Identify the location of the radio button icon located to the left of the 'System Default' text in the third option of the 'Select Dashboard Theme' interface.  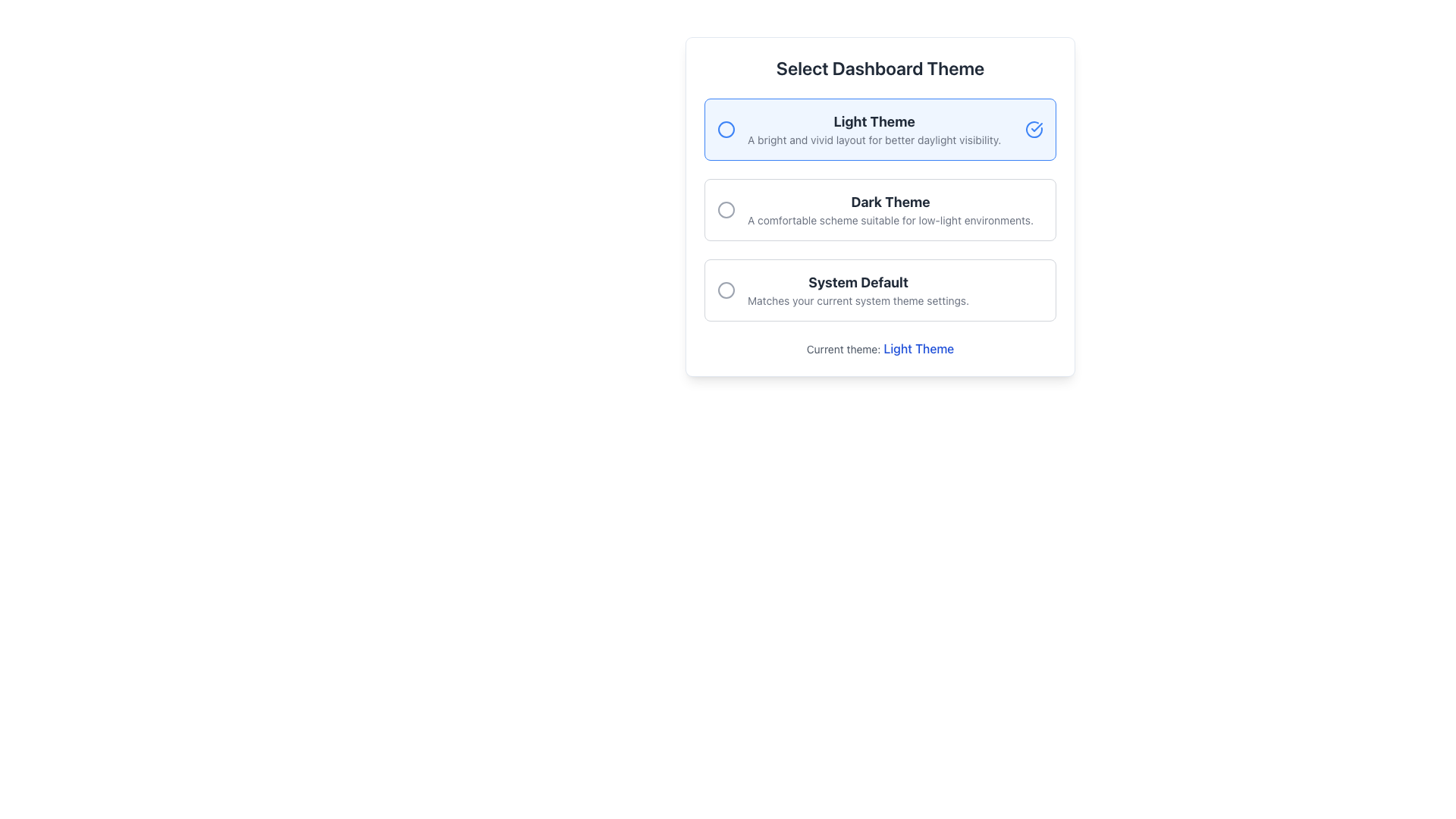
(726, 290).